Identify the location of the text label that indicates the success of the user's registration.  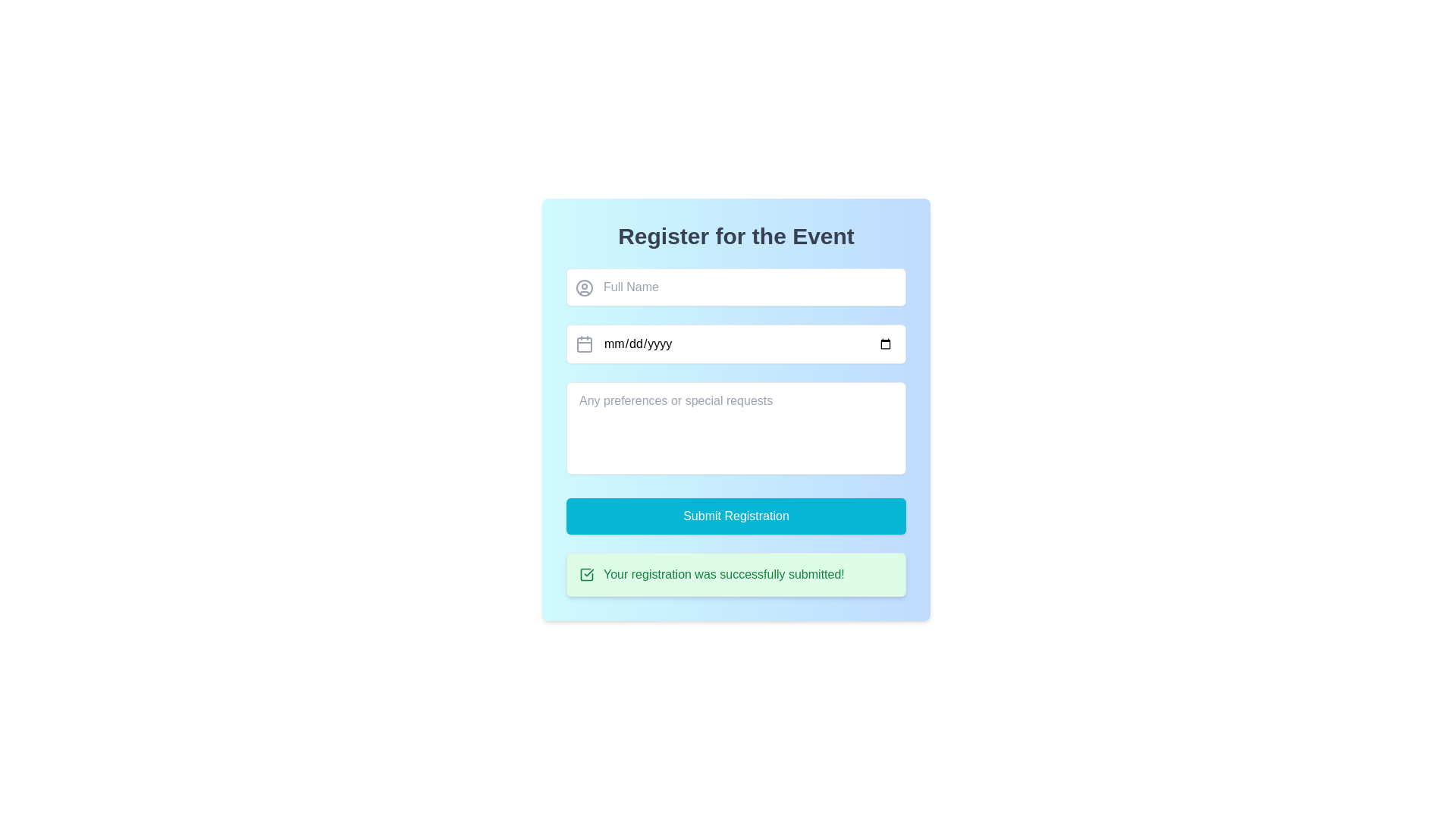
(723, 575).